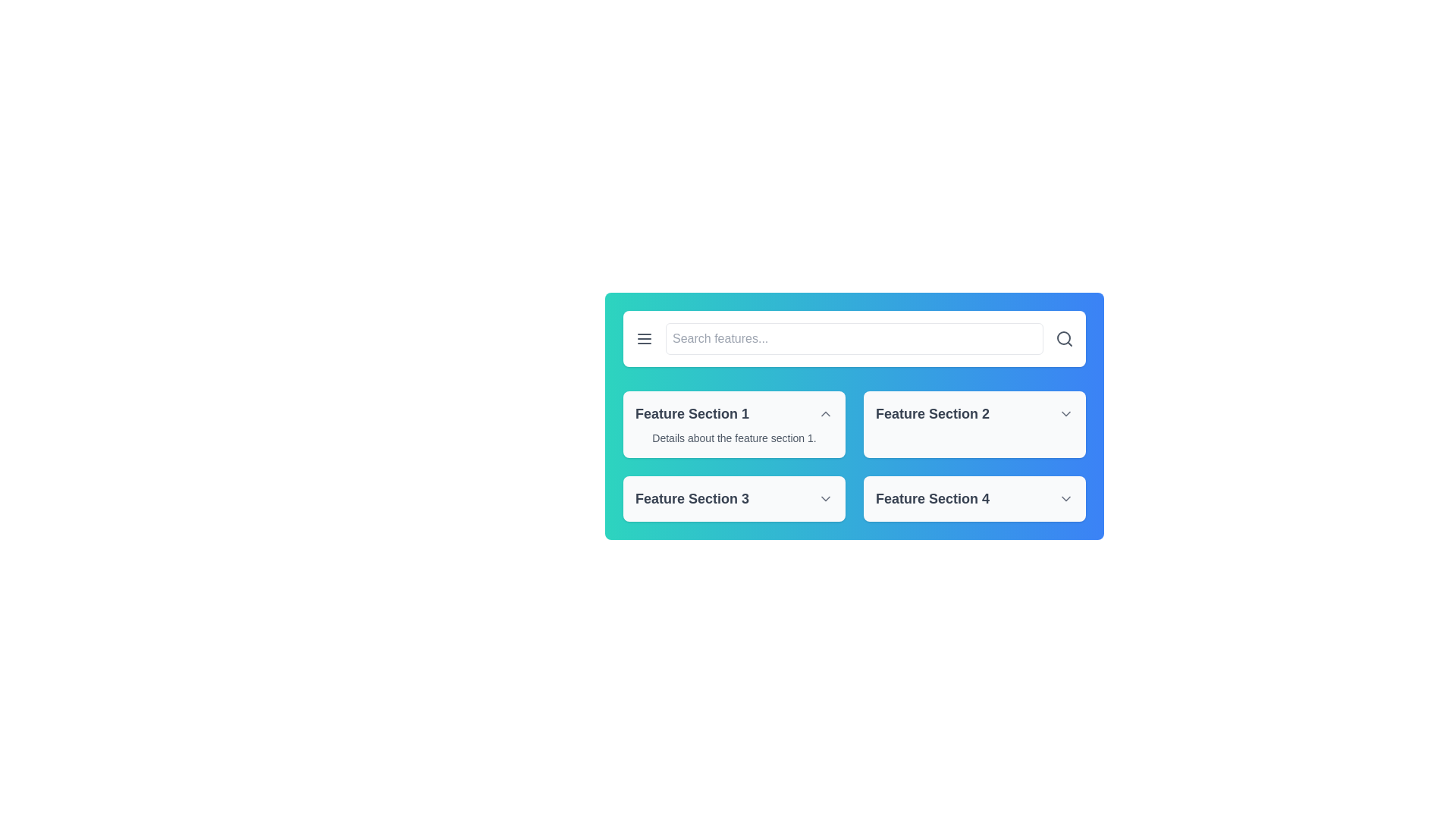 This screenshot has height=819, width=1456. What do you see at coordinates (691, 414) in the screenshot?
I see `the header label for the first feature section` at bounding box center [691, 414].